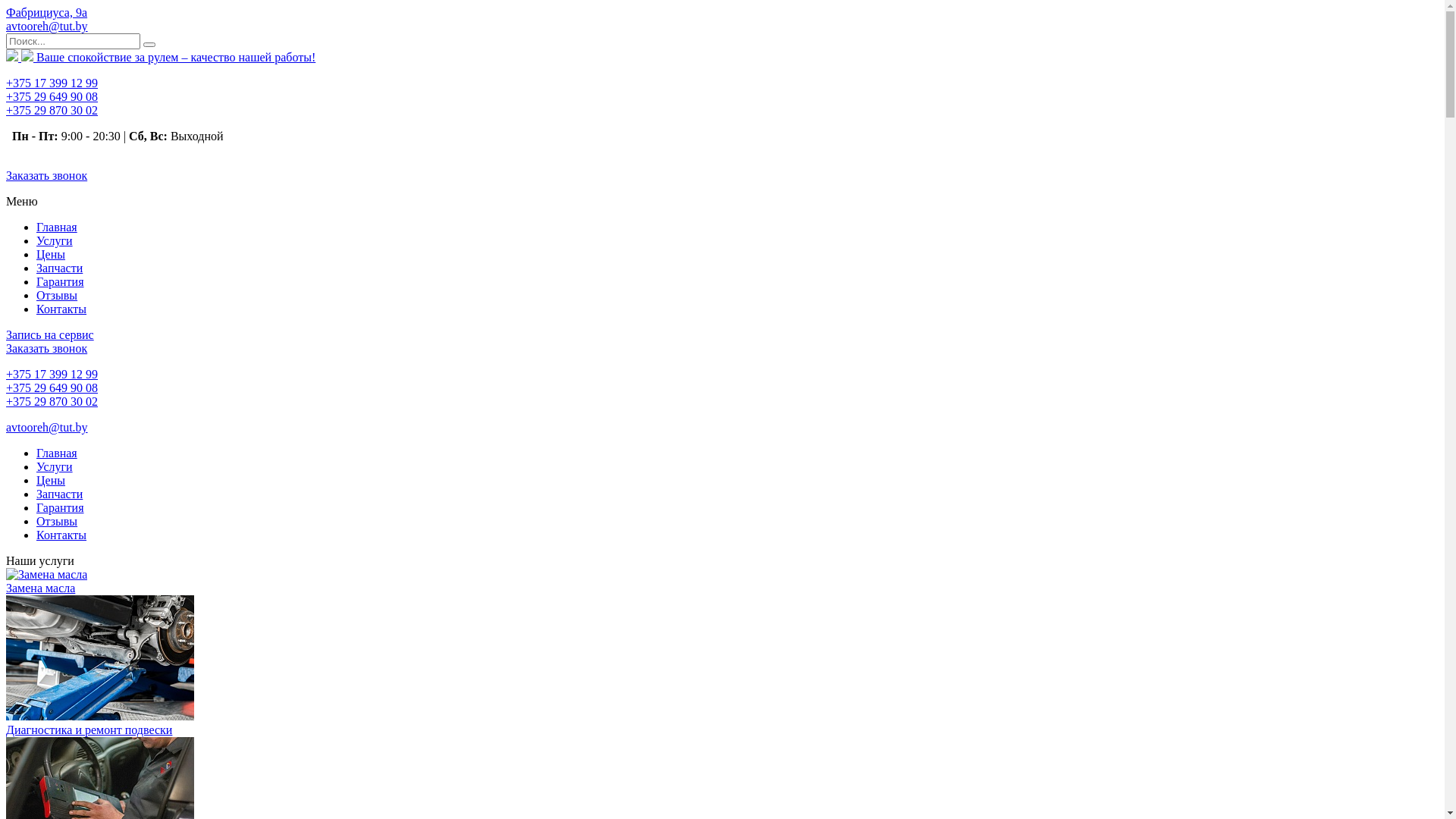  I want to click on 'avtooreh@tut.by', so click(47, 26).